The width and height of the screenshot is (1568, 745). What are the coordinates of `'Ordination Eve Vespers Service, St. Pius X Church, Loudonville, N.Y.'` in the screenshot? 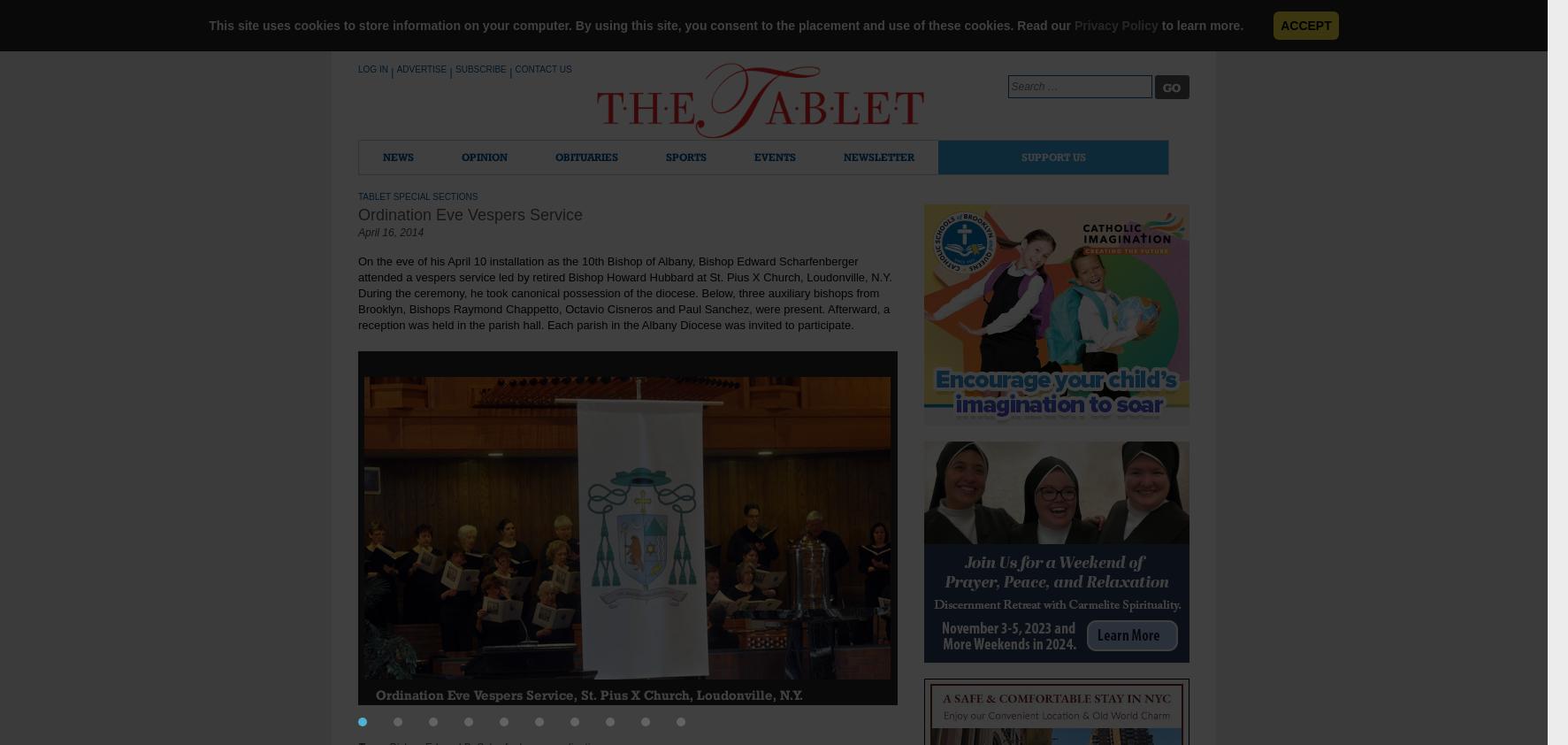 It's located at (588, 694).